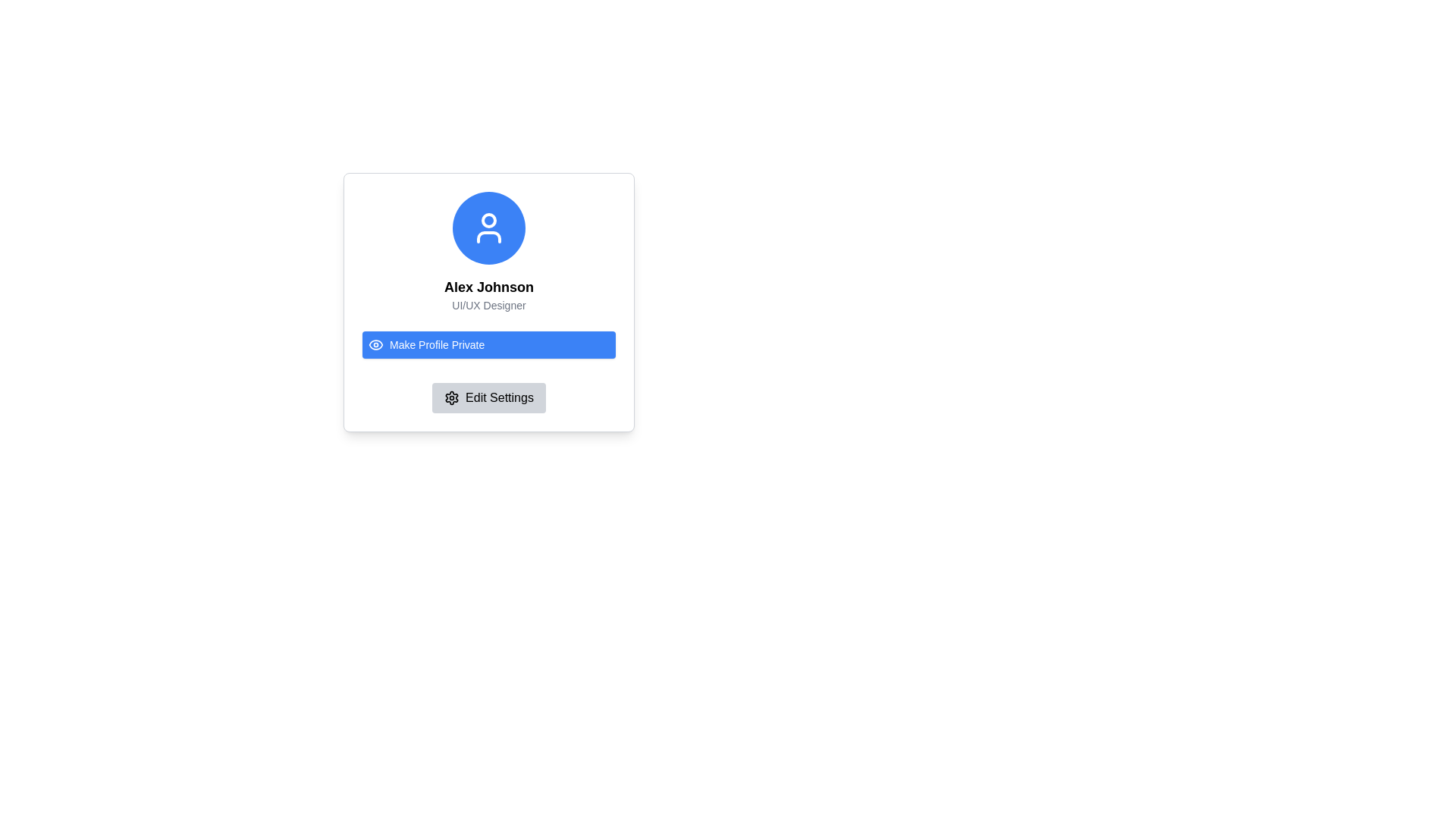 This screenshot has width=1456, height=819. What do you see at coordinates (488, 220) in the screenshot?
I see `the circular graphic element representing the head of the user avatar, which is centrally positioned within the SVG graphic of the avatar` at bounding box center [488, 220].